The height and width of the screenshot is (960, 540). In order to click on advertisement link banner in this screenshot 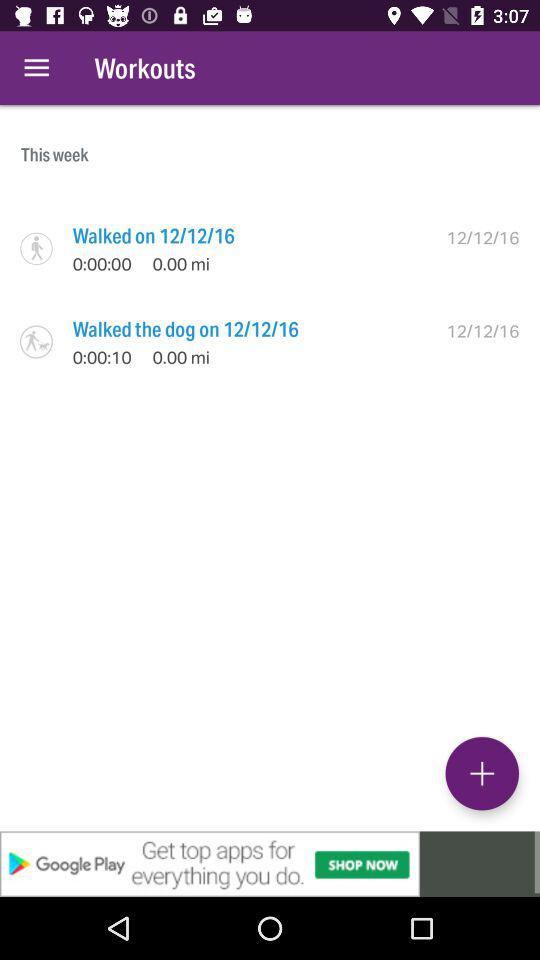, I will do `click(270, 863)`.